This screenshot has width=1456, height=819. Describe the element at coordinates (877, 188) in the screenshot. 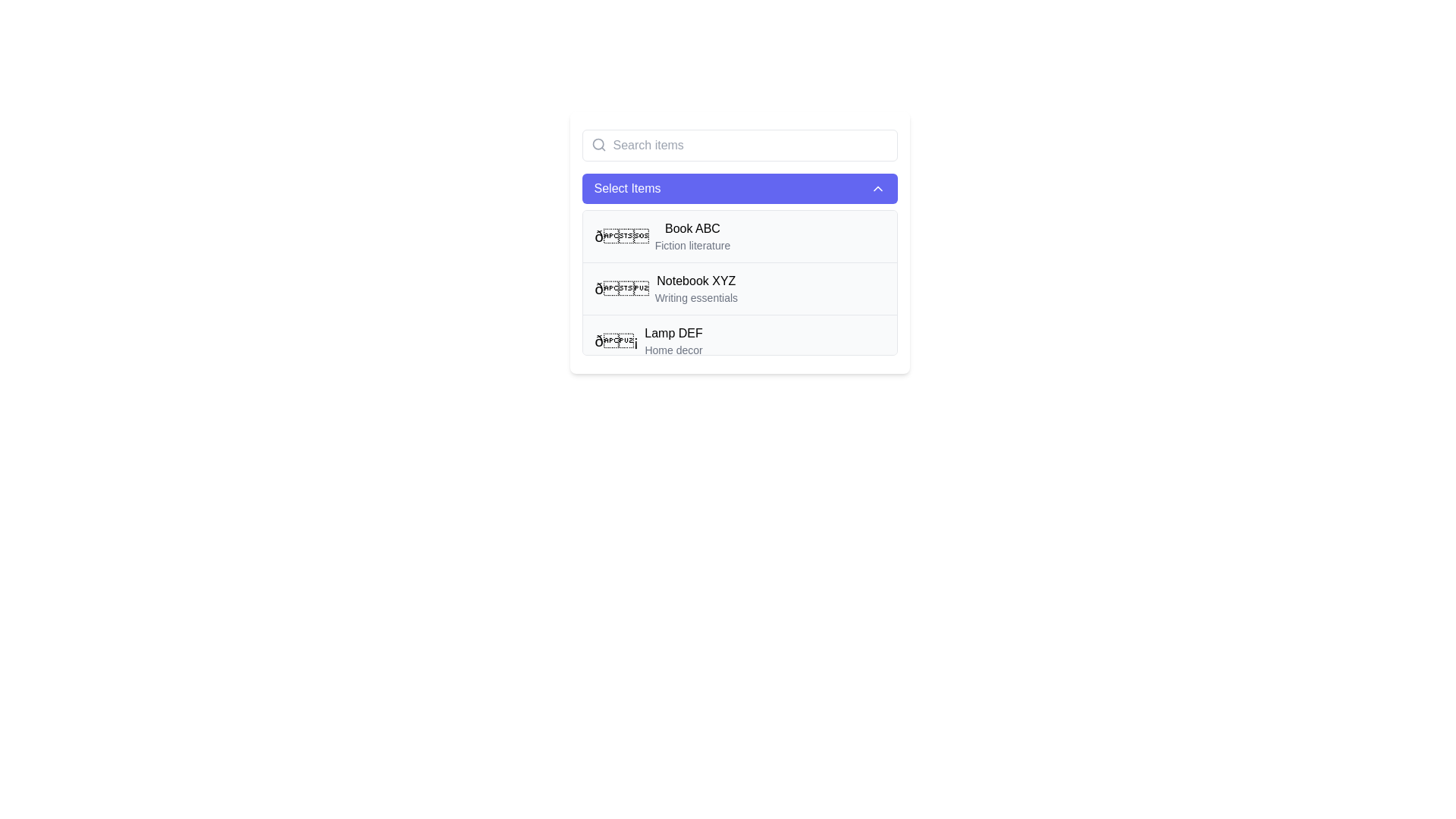

I see `the upward-pointing chevron icon located on the right side of the 'Select Items' button` at that location.